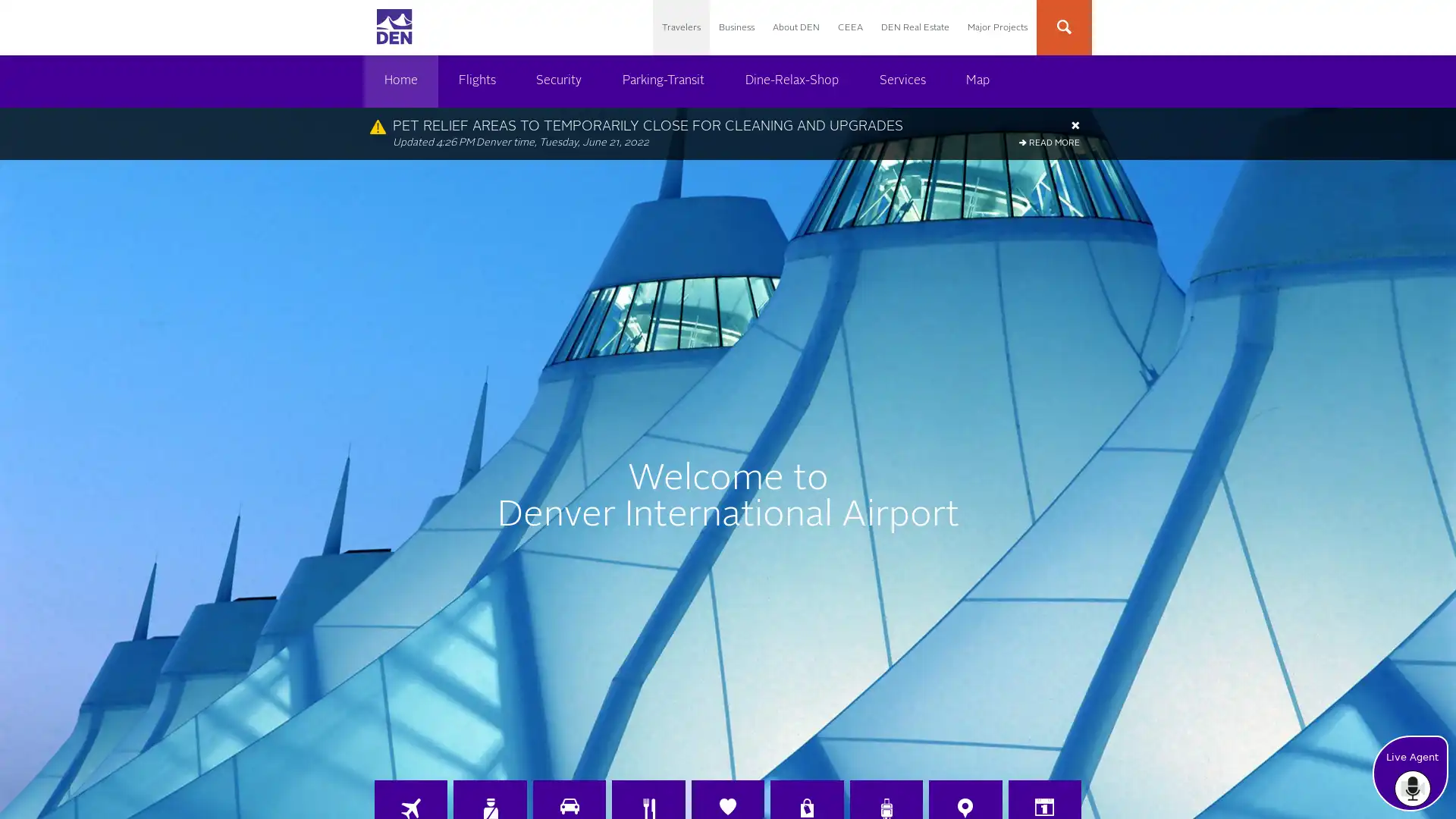  What do you see at coordinates (1216, 28) in the screenshot?
I see `Search` at bounding box center [1216, 28].